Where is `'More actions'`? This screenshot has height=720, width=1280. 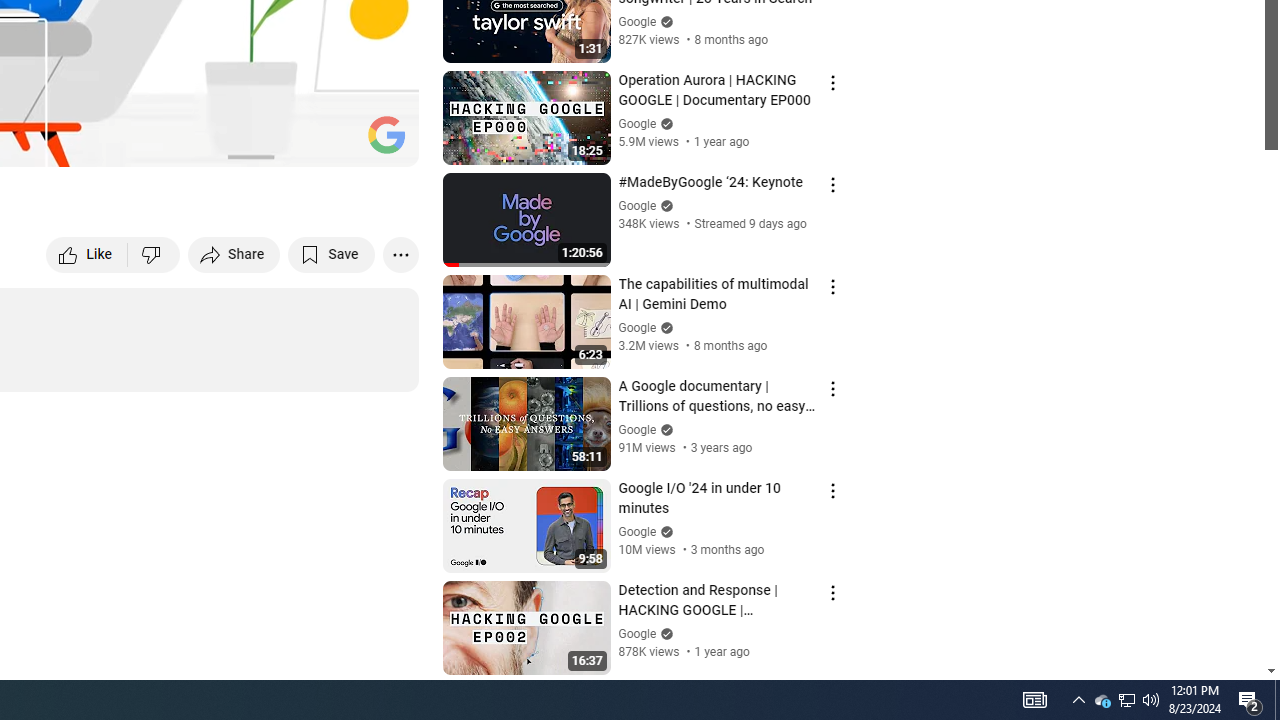 'More actions' is located at coordinates (400, 253).